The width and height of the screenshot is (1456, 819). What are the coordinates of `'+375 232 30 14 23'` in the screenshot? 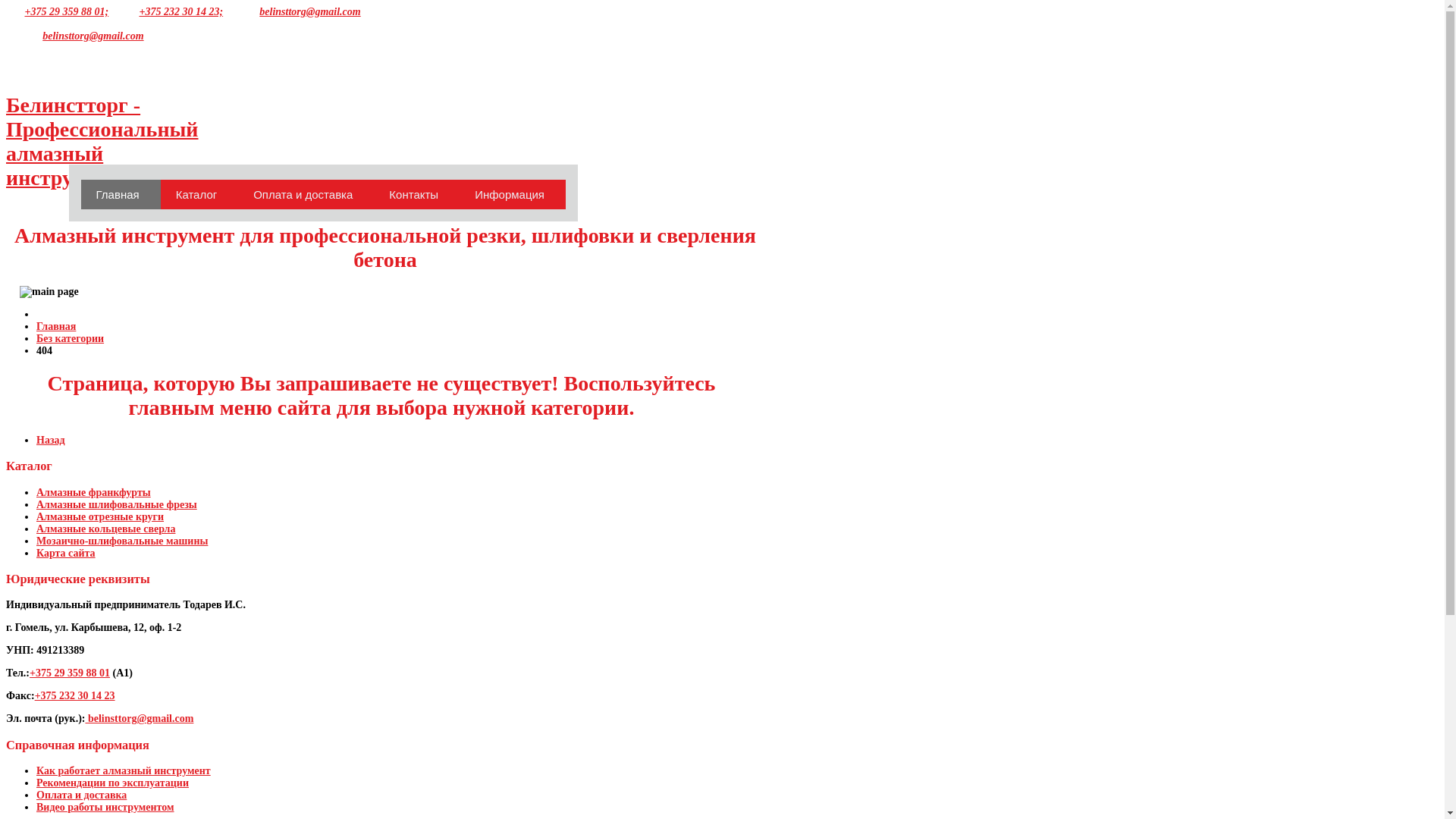 It's located at (74, 695).